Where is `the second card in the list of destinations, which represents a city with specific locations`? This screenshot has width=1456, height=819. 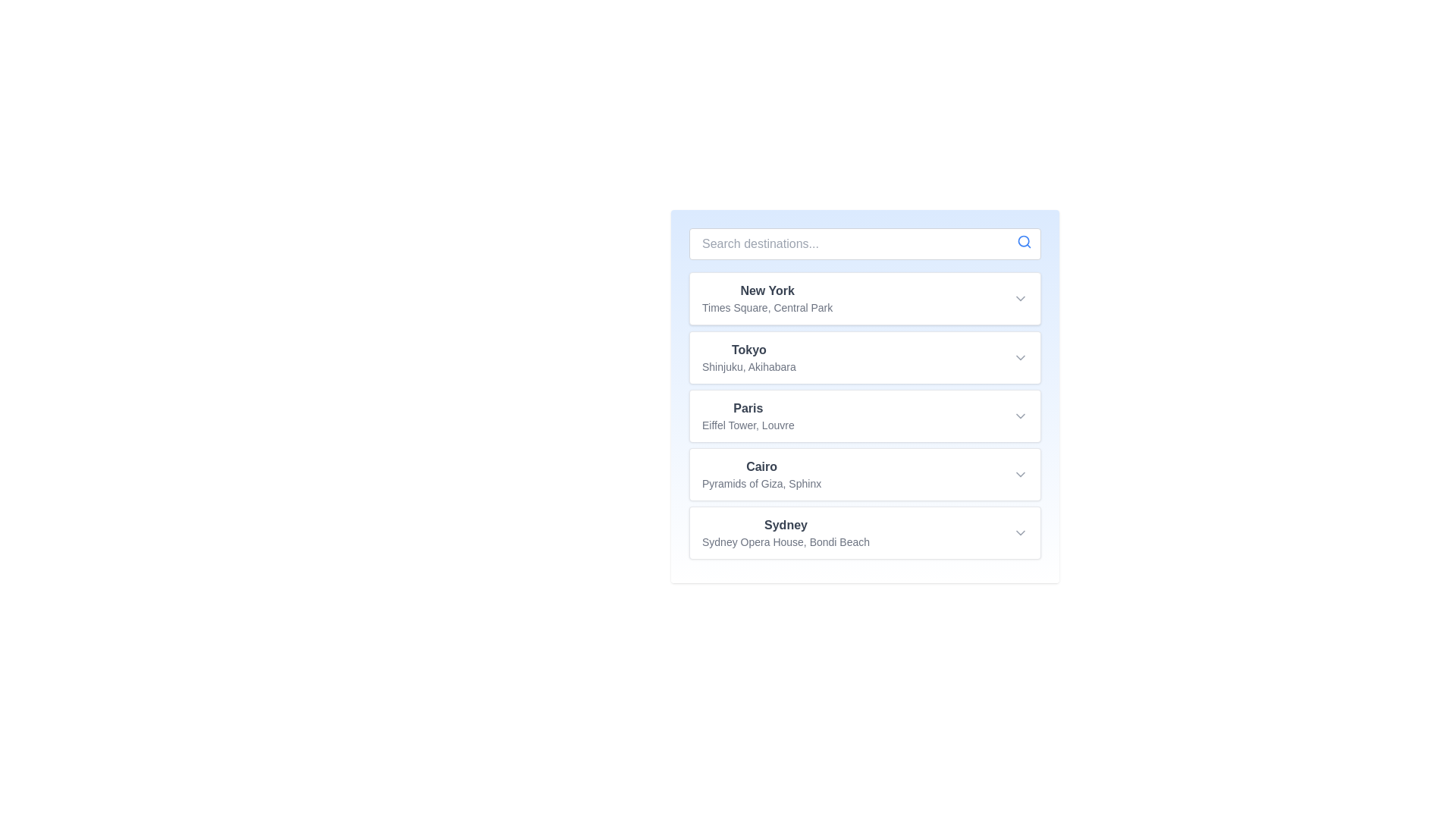 the second card in the list of destinations, which represents a city with specific locations is located at coordinates (865, 357).